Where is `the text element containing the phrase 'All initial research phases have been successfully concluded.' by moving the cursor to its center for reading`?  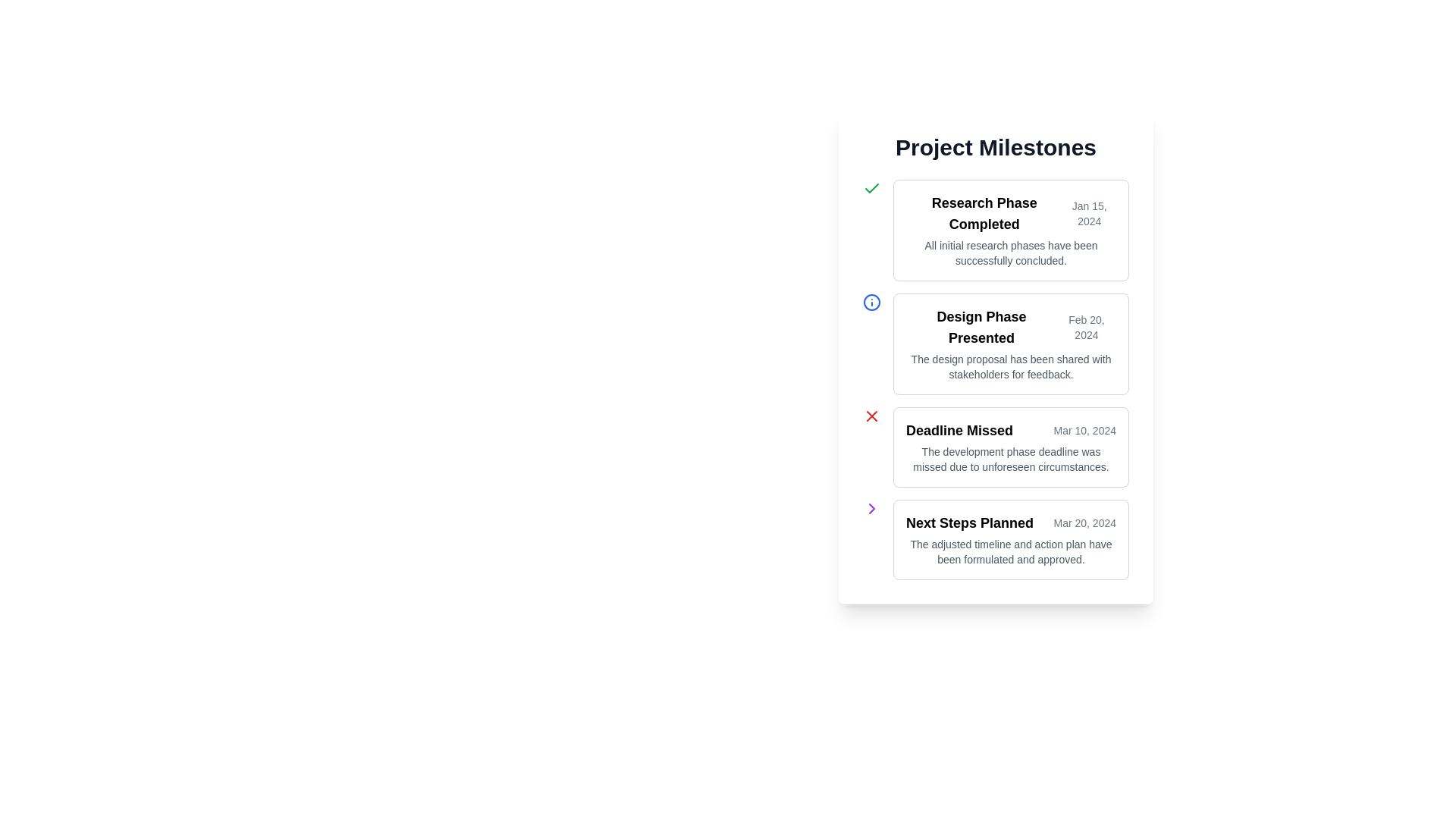 the text element containing the phrase 'All initial research phases have been successfully concluded.' by moving the cursor to its center for reading is located at coordinates (1011, 253).